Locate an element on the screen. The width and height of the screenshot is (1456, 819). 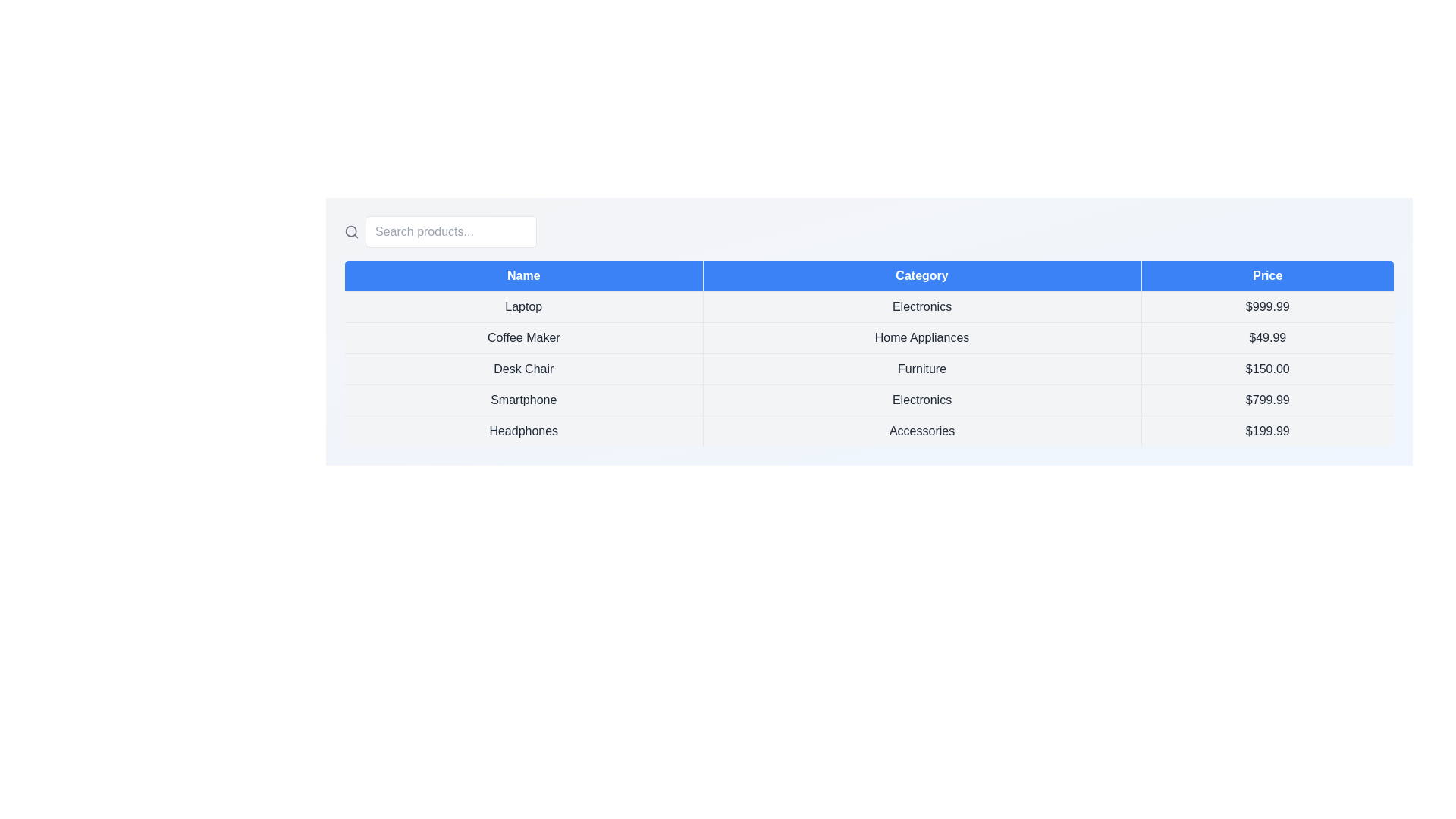
the table header labeled 'Price', which is styled with a blue background and bold white text, located in the top-right section of the table is located at coordinates (1267, 275).